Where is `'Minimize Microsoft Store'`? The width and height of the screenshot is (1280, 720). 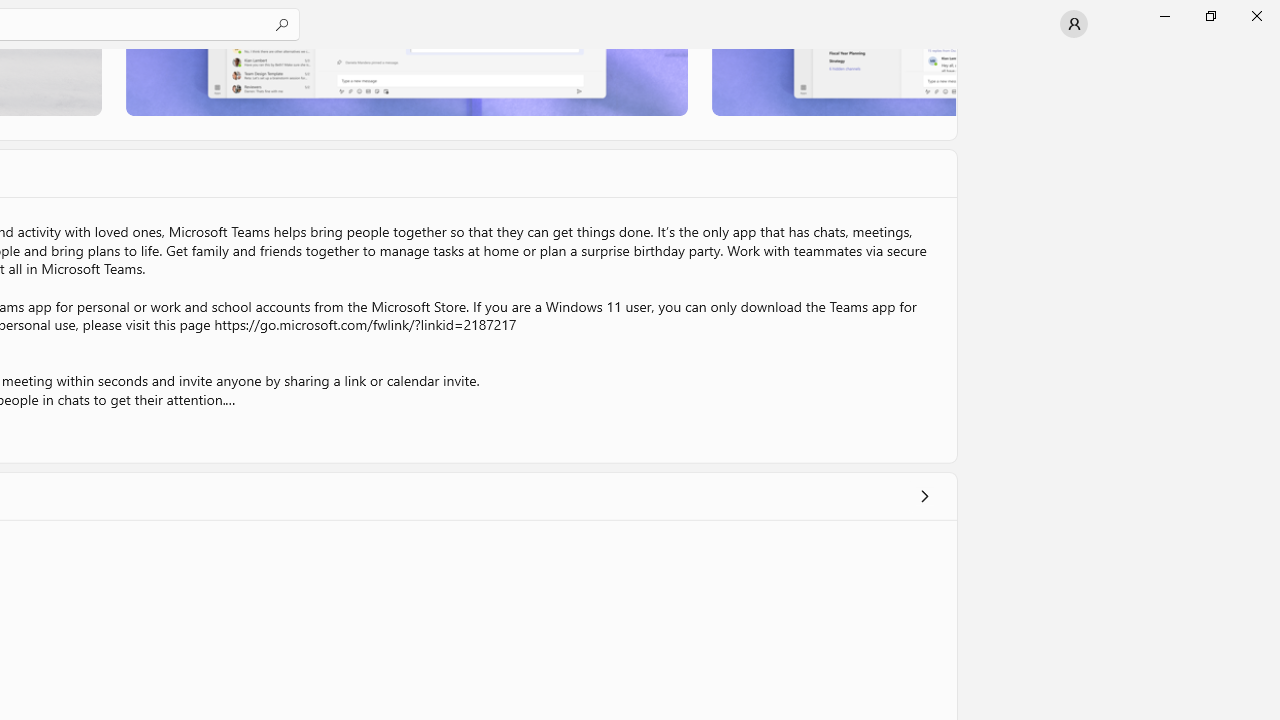
'Minimize Microsoft Store' is located at coordinates (1164, 15).